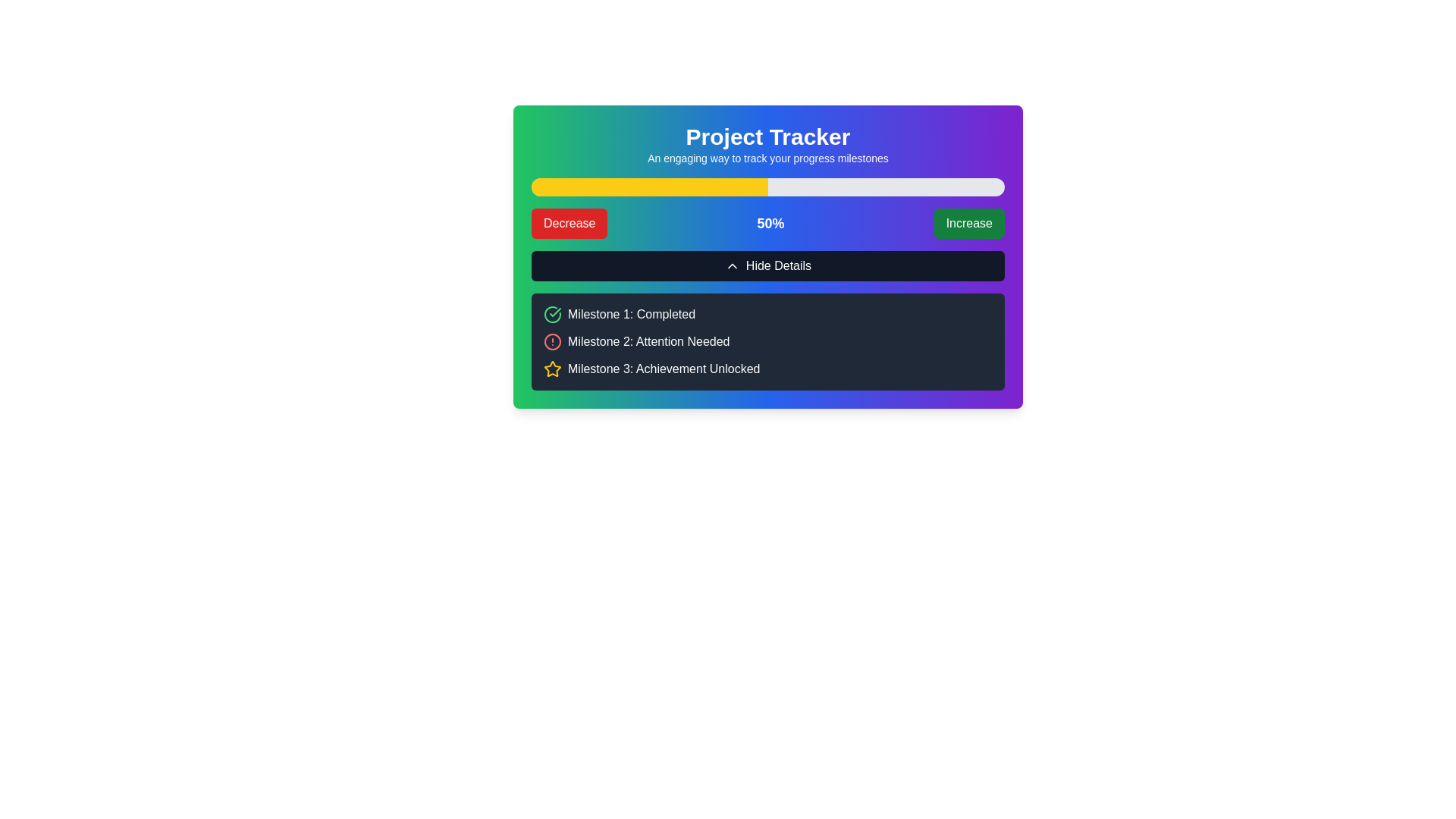 This screenshot has width=1456, height=819. Describe the element at coordinates (552, 314) in the screenshot. I see `the circular checkmark icon representing 'Milestone 1: Completed', which is styled with a green stroke and positioned on the left side of the milestone text` at that location.